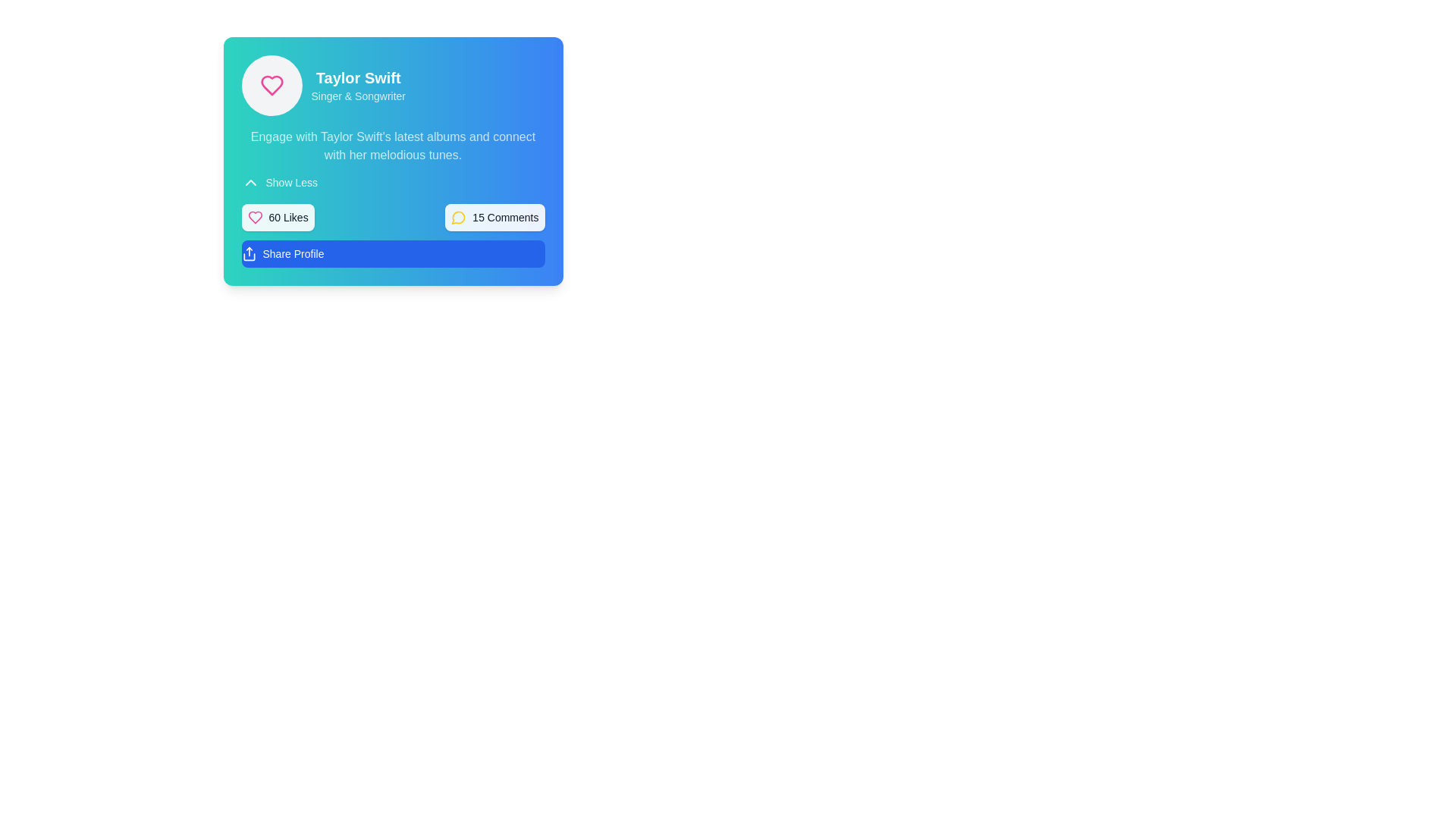 Image resolution: width=1456 pixels, height=819 pixels. I want to click on the second interactive button to the right of the '60 Likes' button, so click(494, 217).